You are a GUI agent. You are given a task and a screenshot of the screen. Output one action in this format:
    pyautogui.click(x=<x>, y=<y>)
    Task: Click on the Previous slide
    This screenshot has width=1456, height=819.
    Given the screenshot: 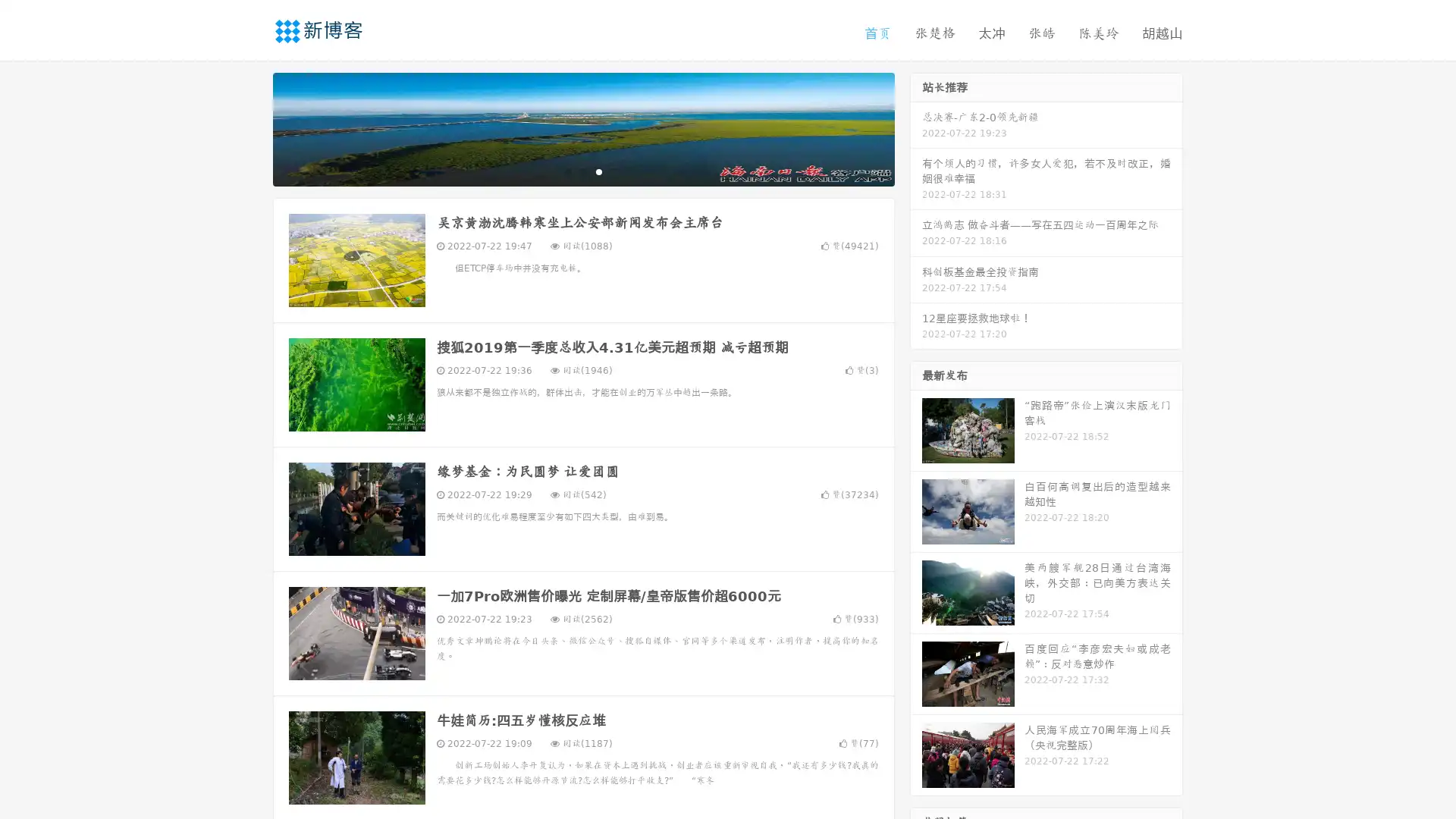 What is the action you would take?
    pyautogui.click(x=250, y=127)
    